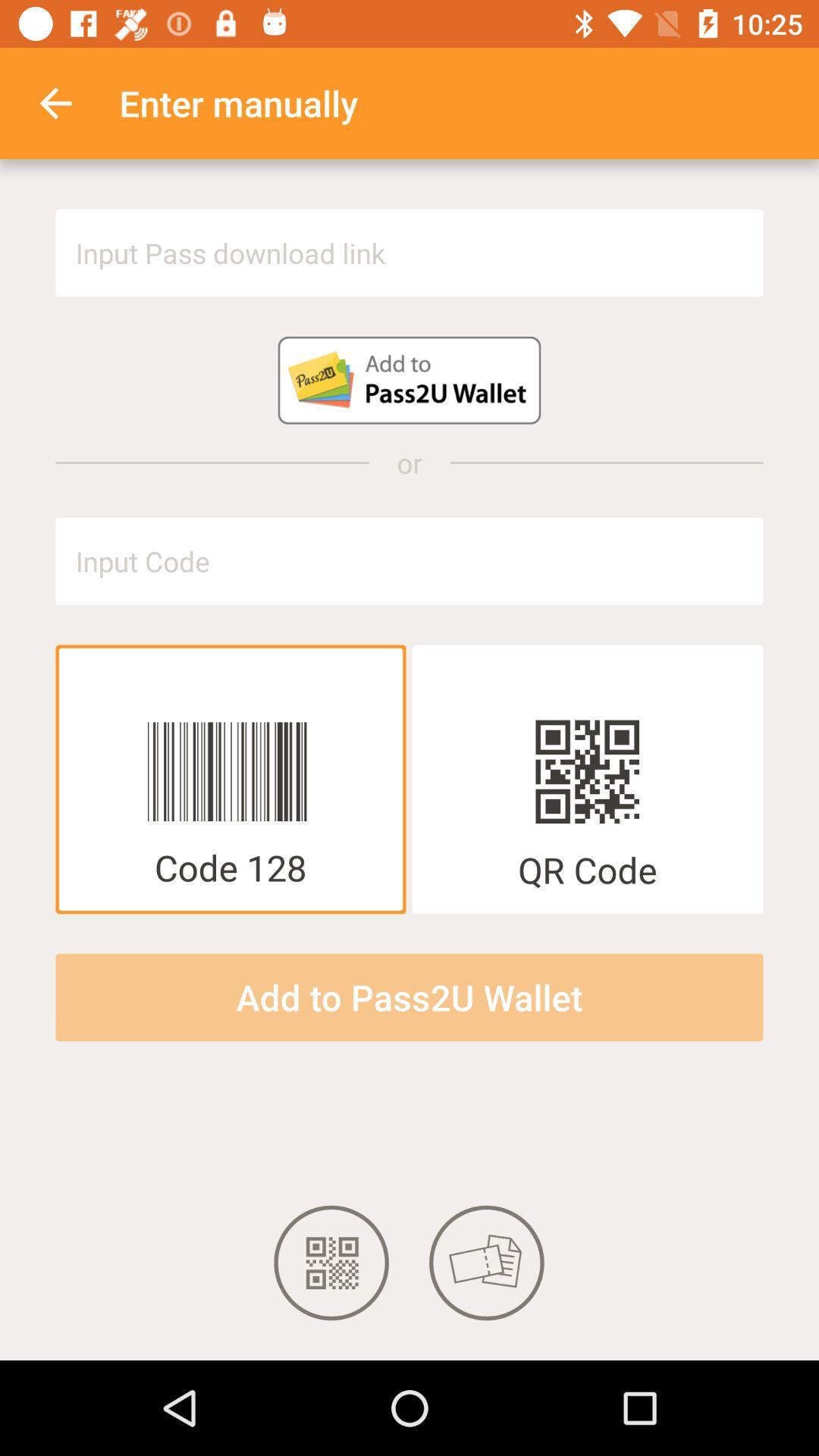  Describe the element at coordinates (331, 1263) in the screenshot. I see `qr code icon` at that location.